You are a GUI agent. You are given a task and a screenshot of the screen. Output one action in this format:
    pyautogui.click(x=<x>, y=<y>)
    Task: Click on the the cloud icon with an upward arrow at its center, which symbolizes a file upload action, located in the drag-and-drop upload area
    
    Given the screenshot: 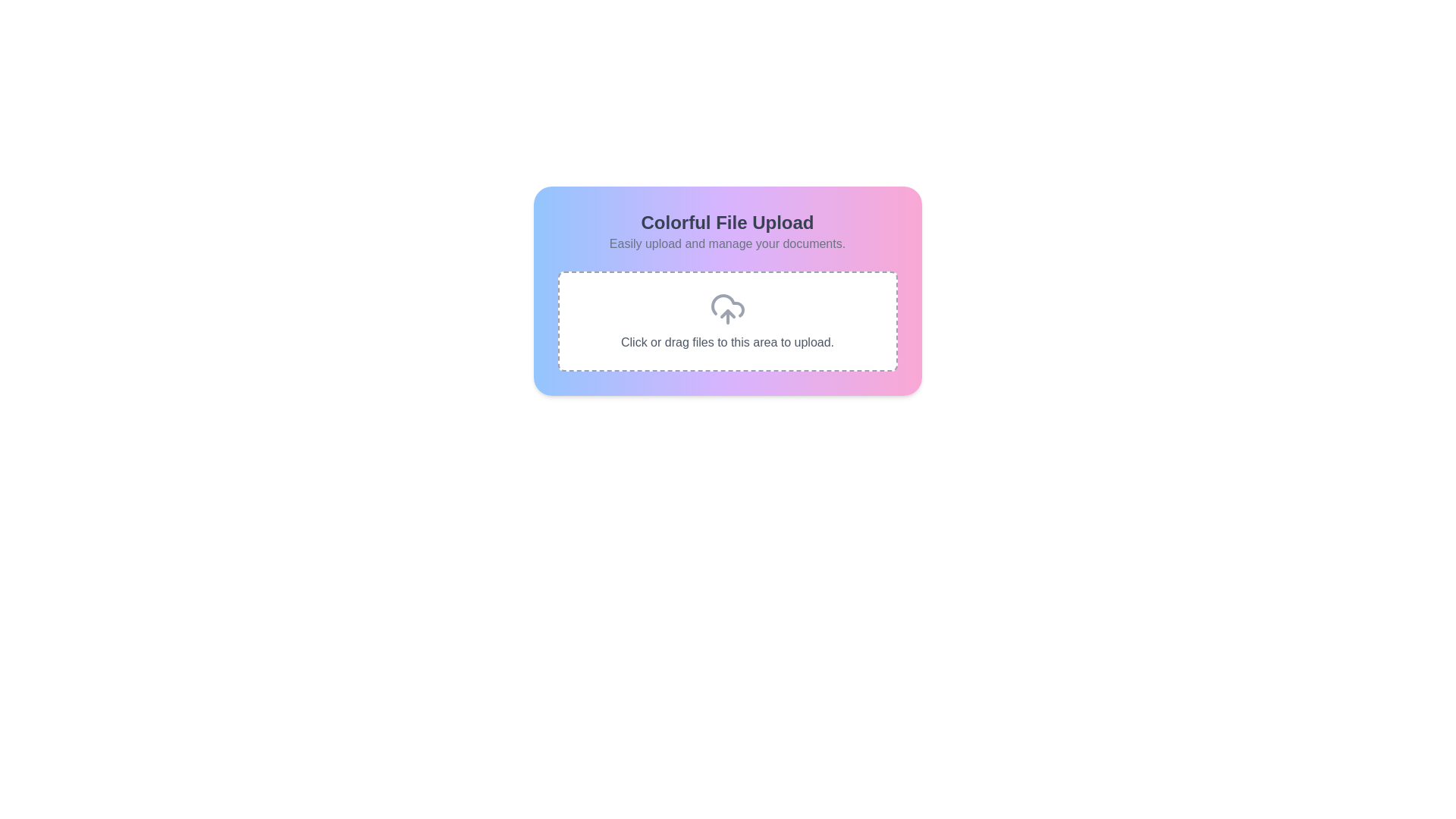 What is the action you would take?
    pyautogui.click(x=726, y=309)
    